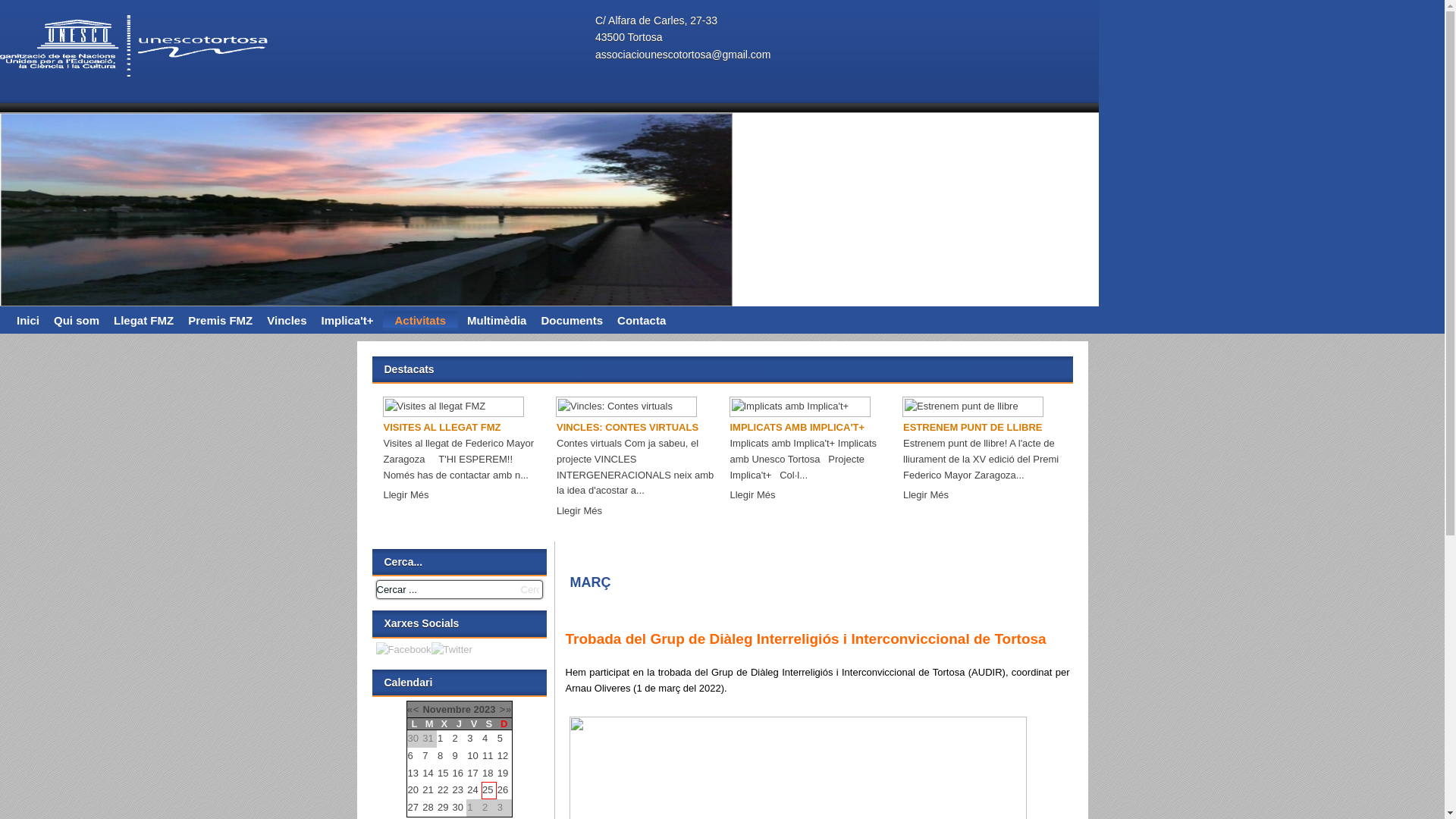 The height and width of the screenshot is (819, 1456). I want to click on 'Vincles: Contes virtuals', so click(626, 406).